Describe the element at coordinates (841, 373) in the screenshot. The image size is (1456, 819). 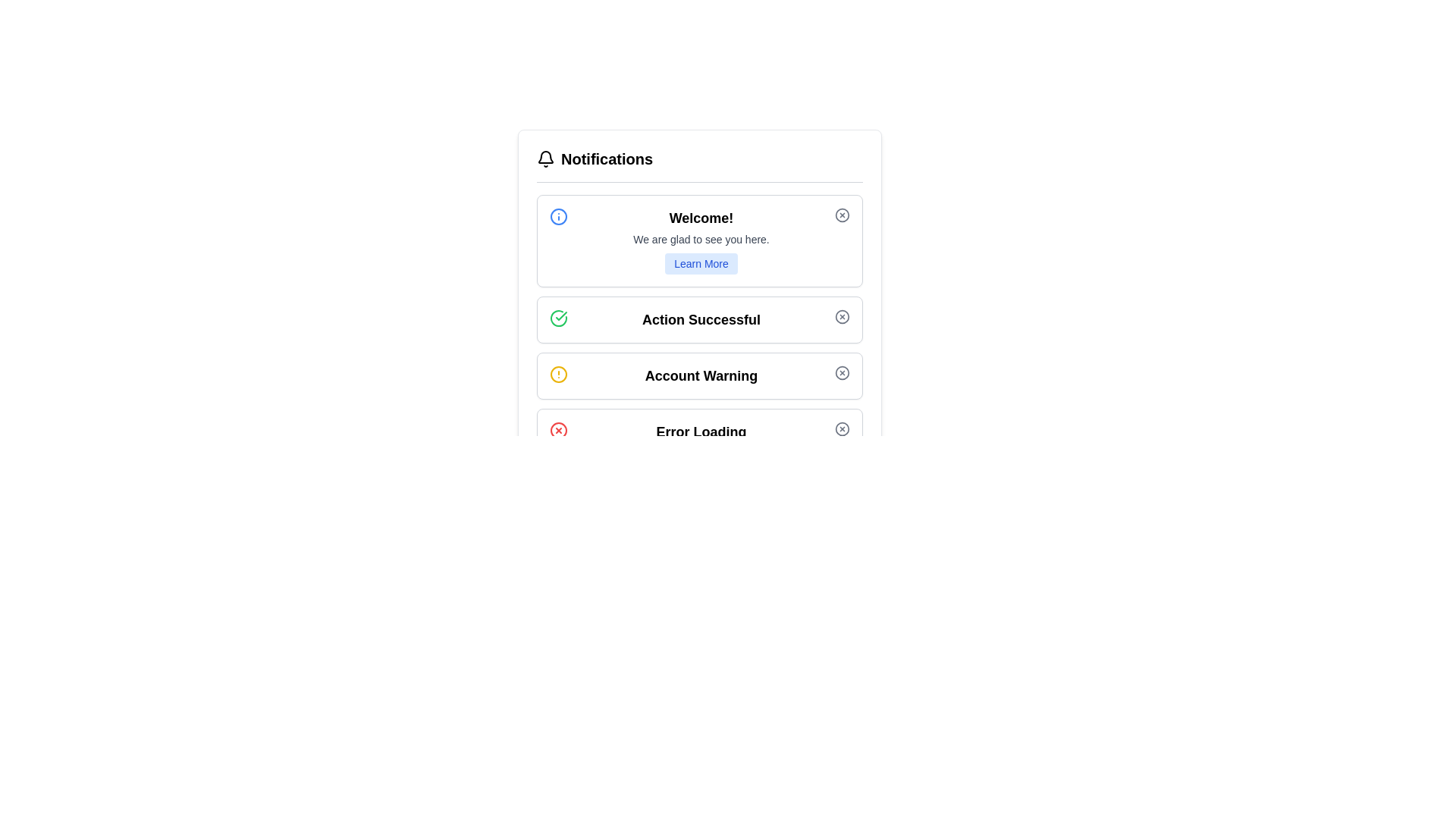
I see `the SVG circle element that functions as part of a 'circle-x' icon for clearing or closing notifications, located on the right side of the interface` at that location.